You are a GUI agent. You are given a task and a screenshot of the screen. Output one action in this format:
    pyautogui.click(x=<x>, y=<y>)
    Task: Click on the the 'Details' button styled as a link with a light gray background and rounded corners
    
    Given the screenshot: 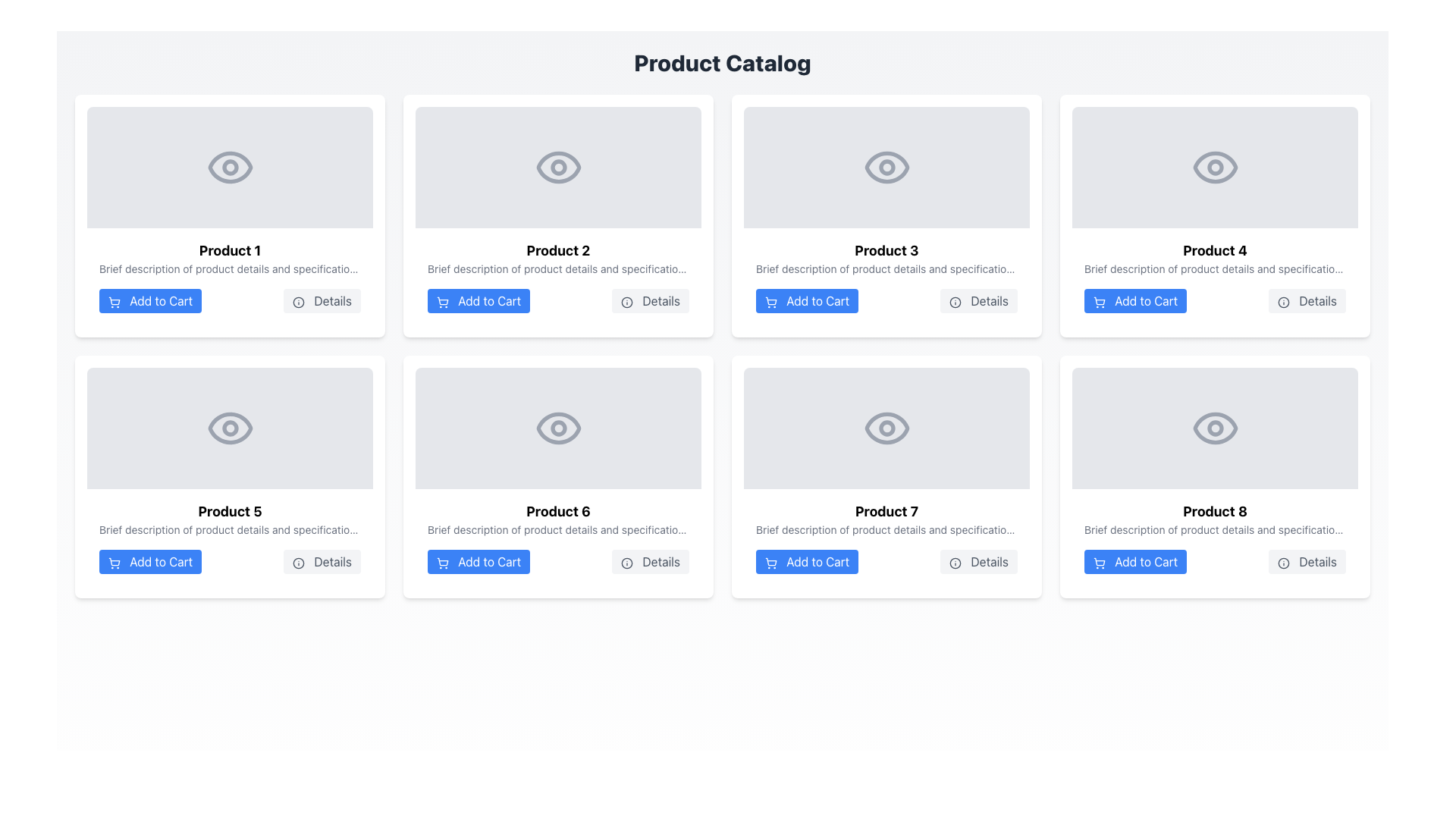 What is the action you would take?
    pyautogui.click(x=322, y=301)
    